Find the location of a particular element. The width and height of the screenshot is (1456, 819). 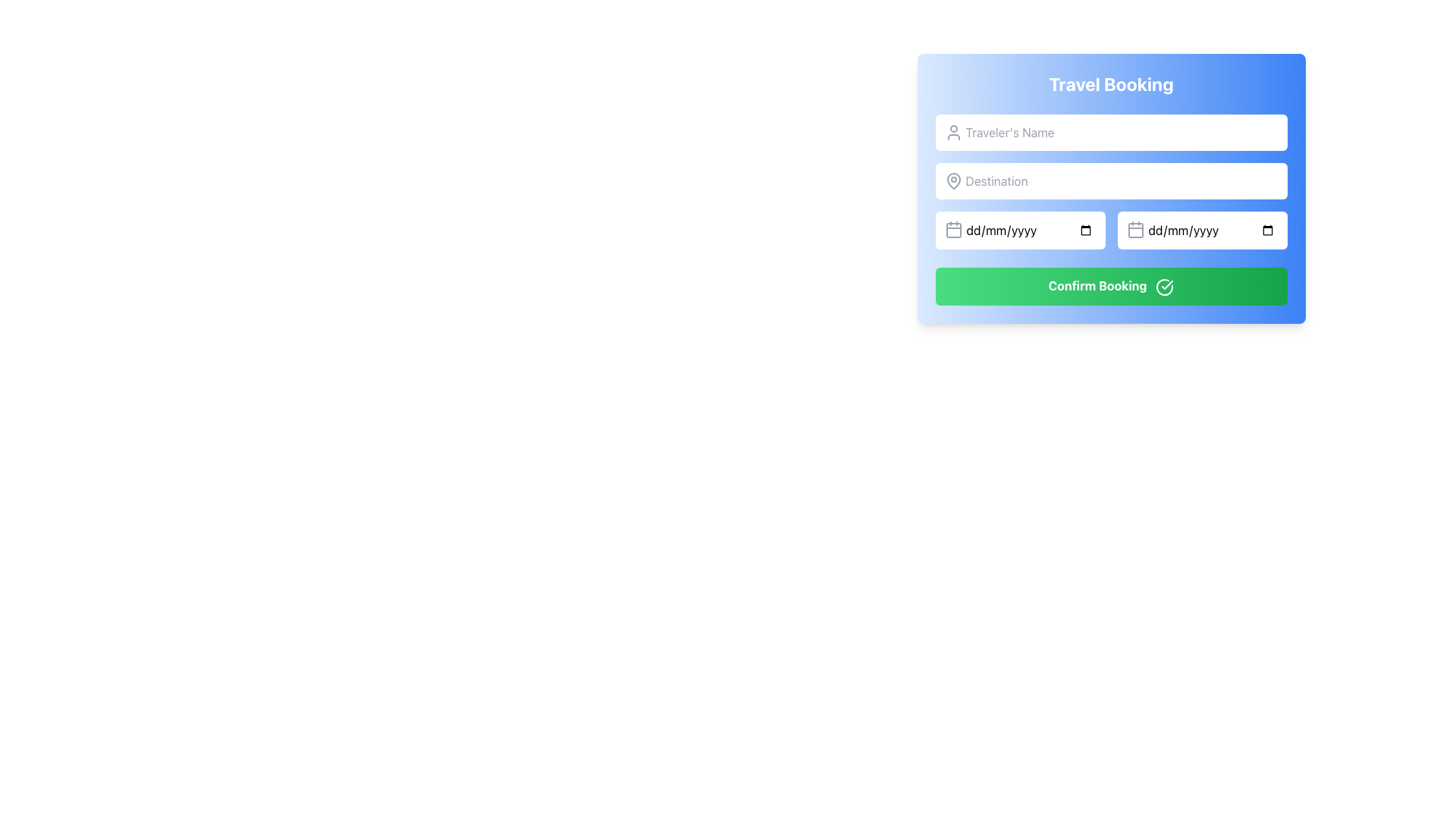

the circular checkmark icon with a bold outline and green color located to the right of the 'Confirm Booking' text within the green button at the bottom of the interface is located at coordinates (1164, 287).